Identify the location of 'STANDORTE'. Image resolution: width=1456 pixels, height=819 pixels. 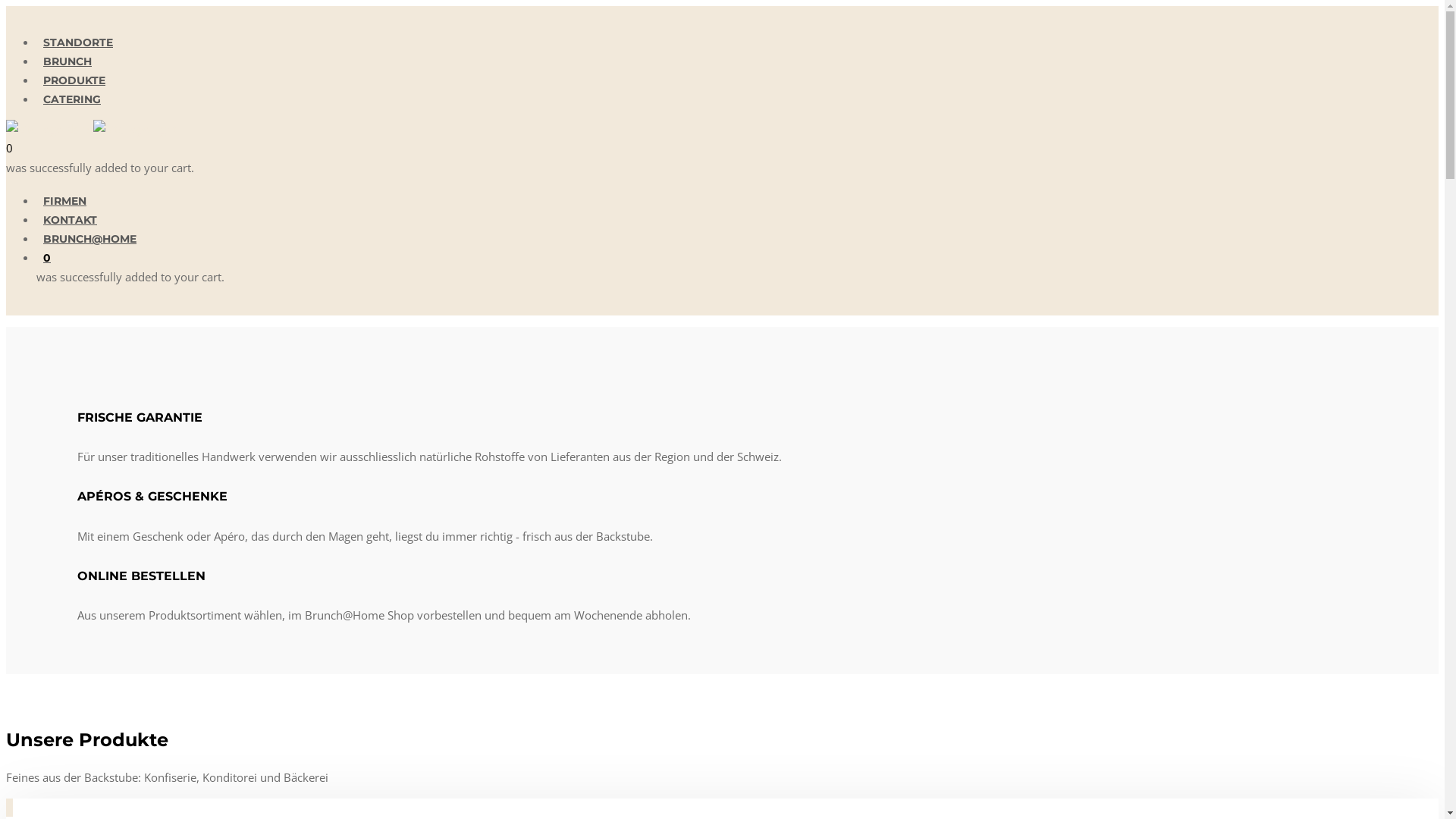
(36, 42).